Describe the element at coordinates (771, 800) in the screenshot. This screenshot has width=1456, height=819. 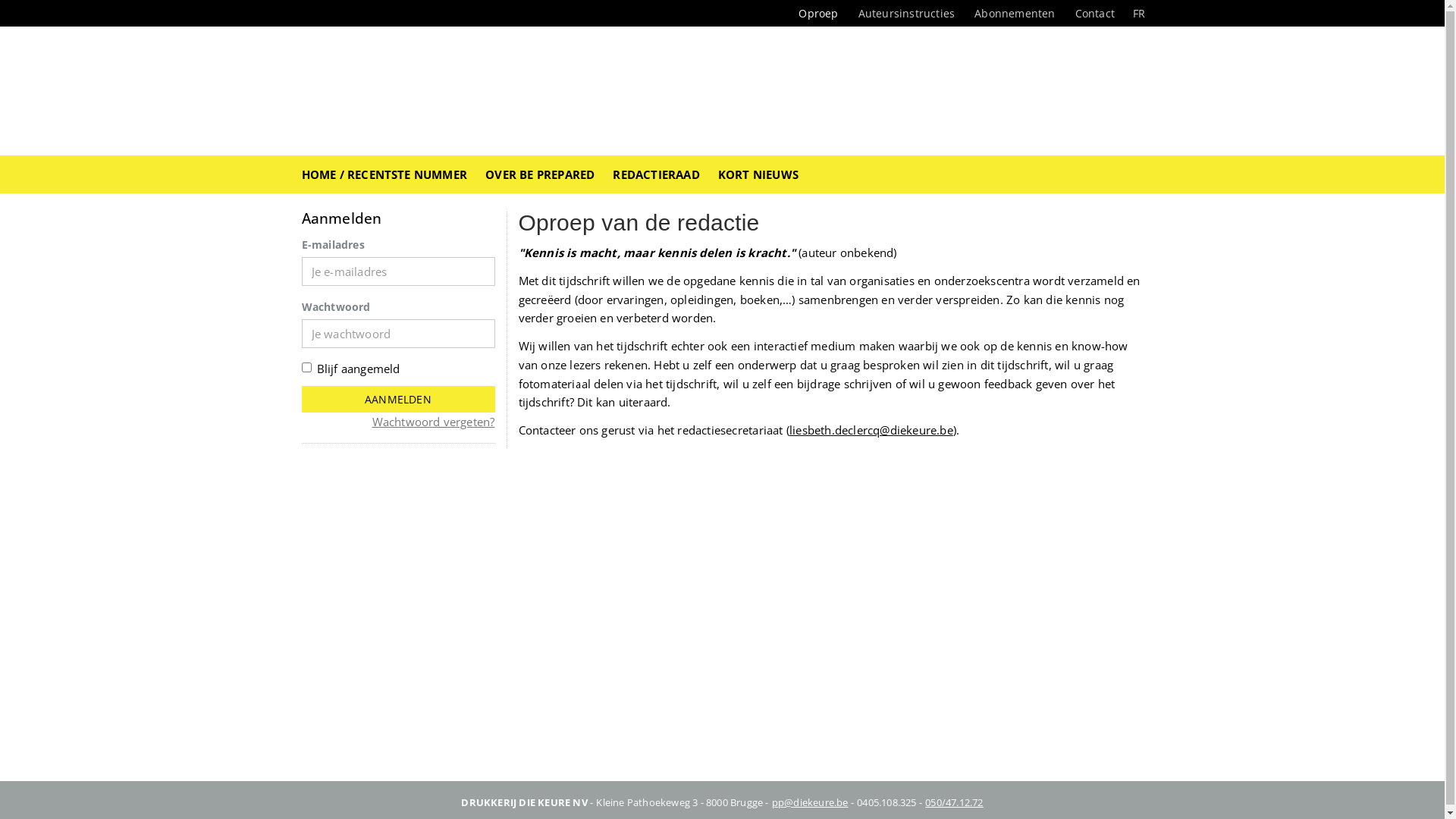
I see `'pp@diekeure.be'` at that location.